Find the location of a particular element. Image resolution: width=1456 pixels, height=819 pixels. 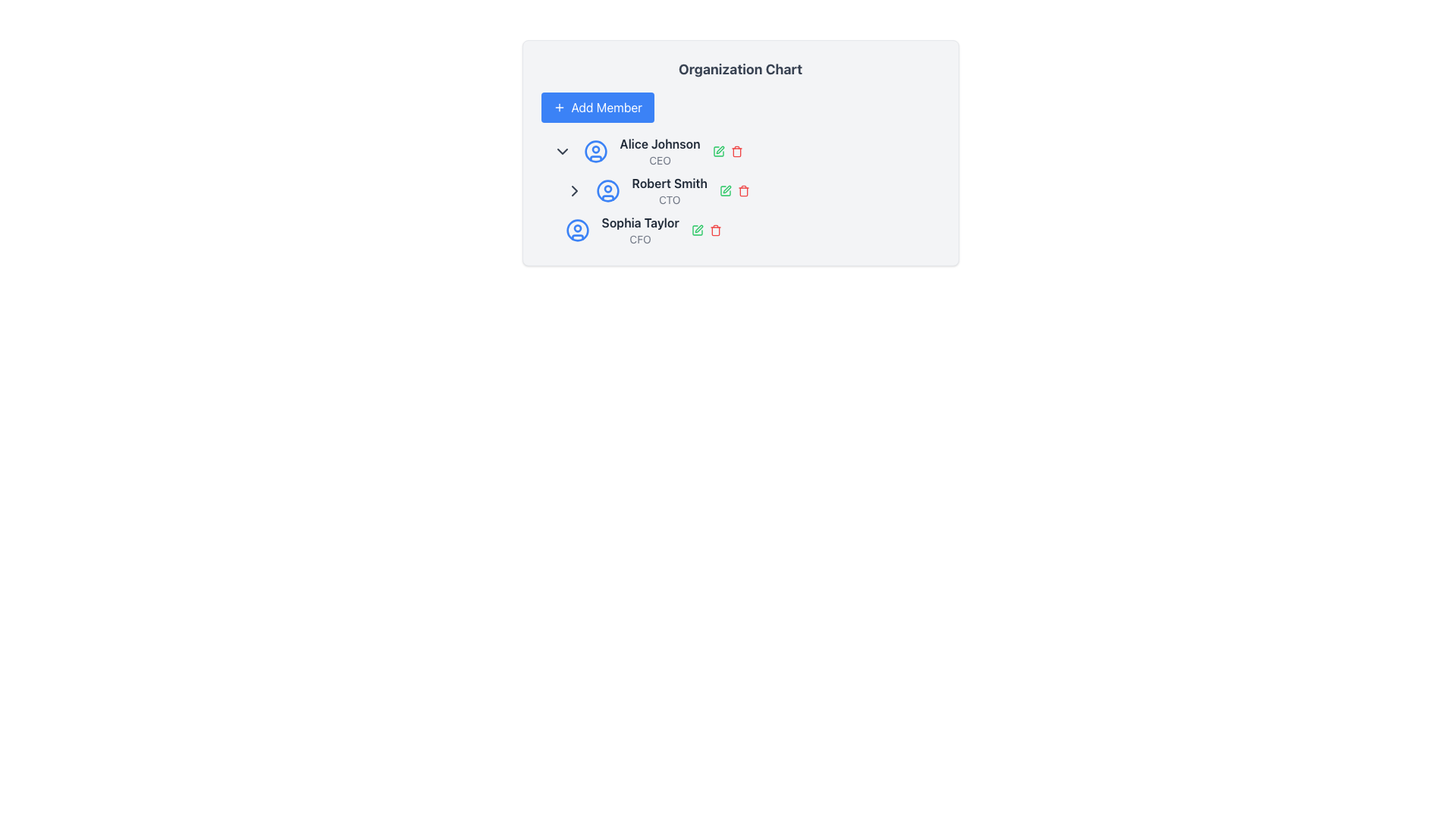

the delete icon located in the list of organization members is located at coordinates (740, 190).